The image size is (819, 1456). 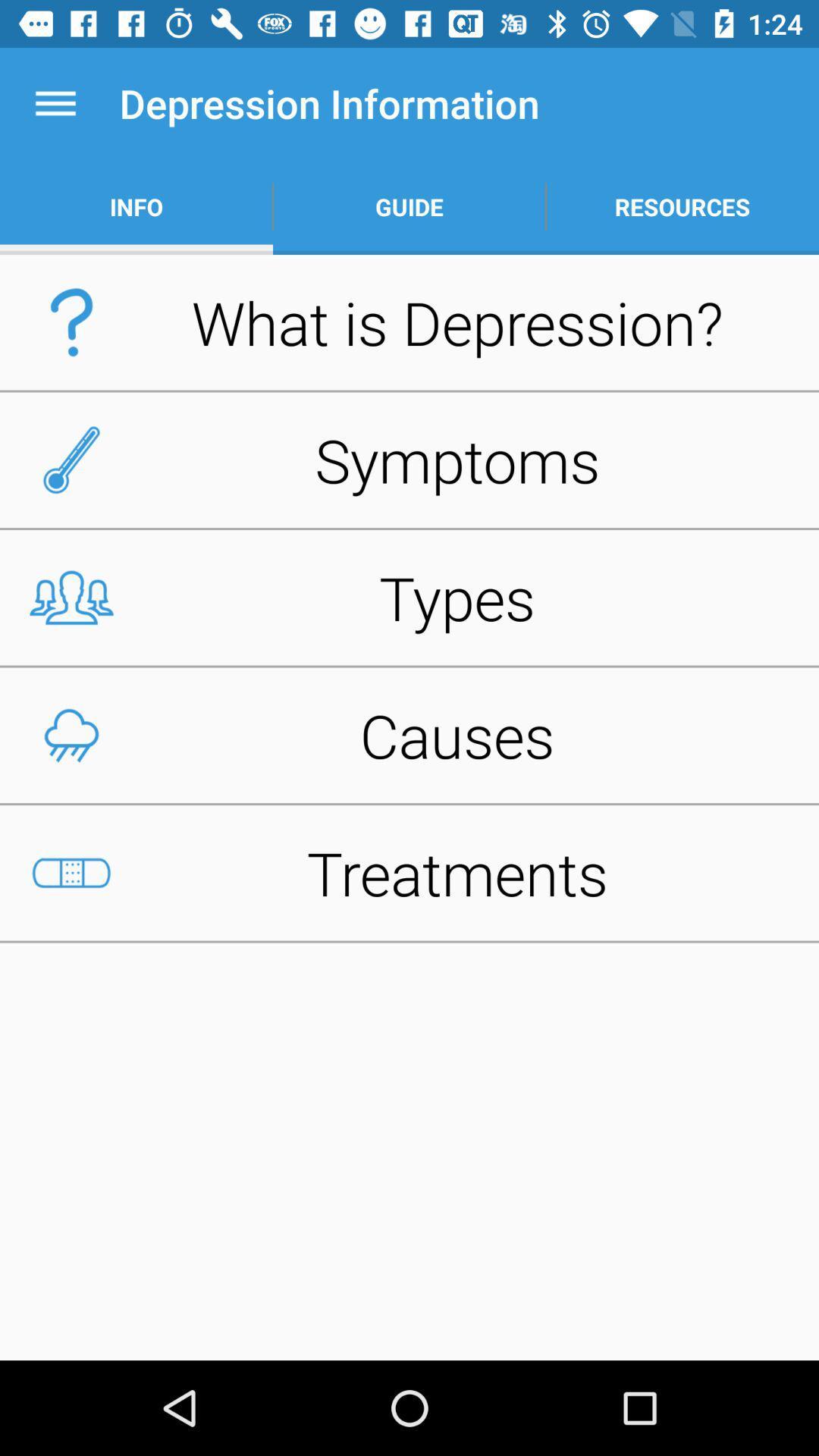 What do you see at coordinates (136, 206) in the screenshot?
I see `the info` at bounding box center [136, 206].